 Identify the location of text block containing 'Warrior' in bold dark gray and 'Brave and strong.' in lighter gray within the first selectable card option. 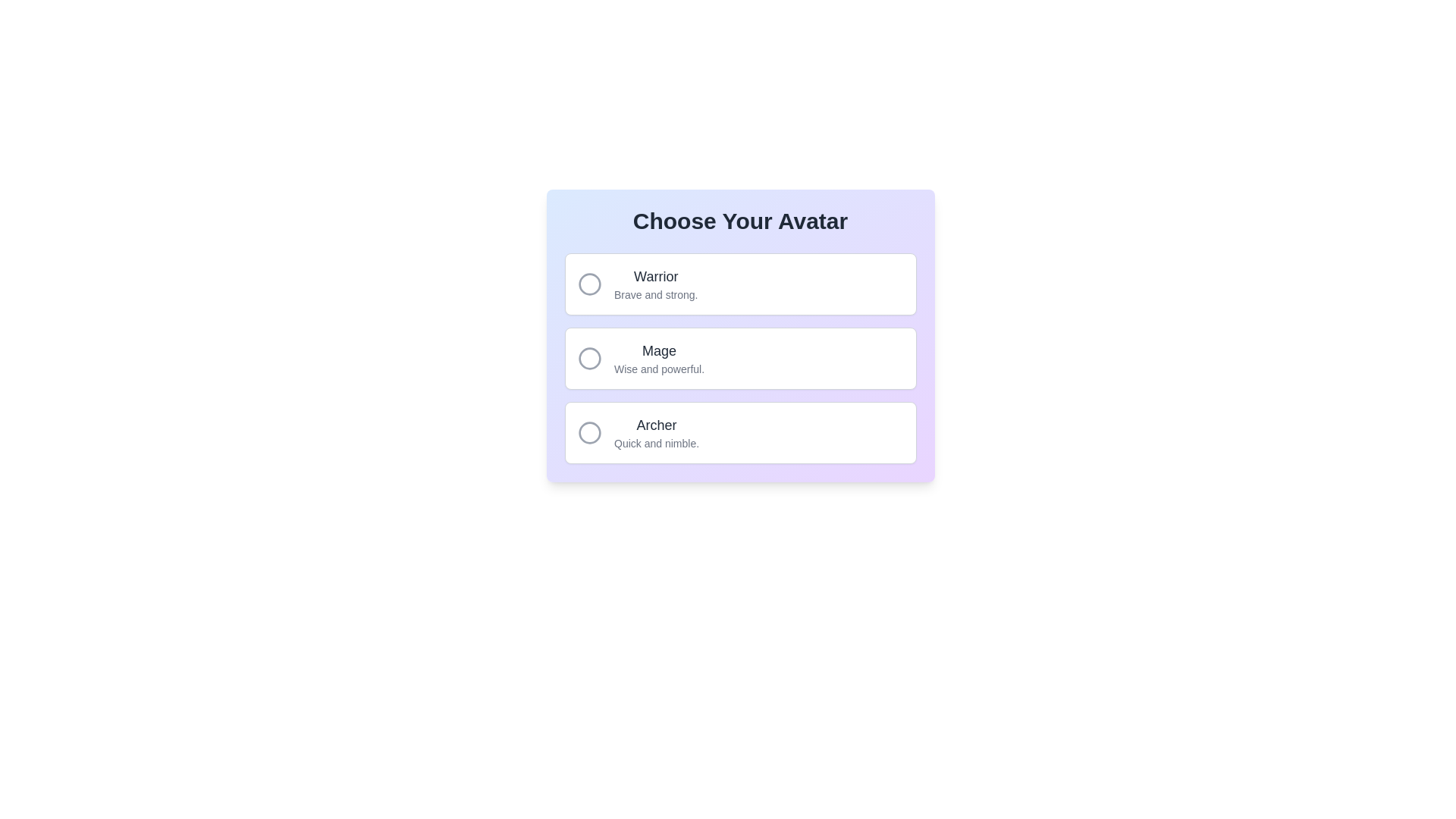
(655, 284).